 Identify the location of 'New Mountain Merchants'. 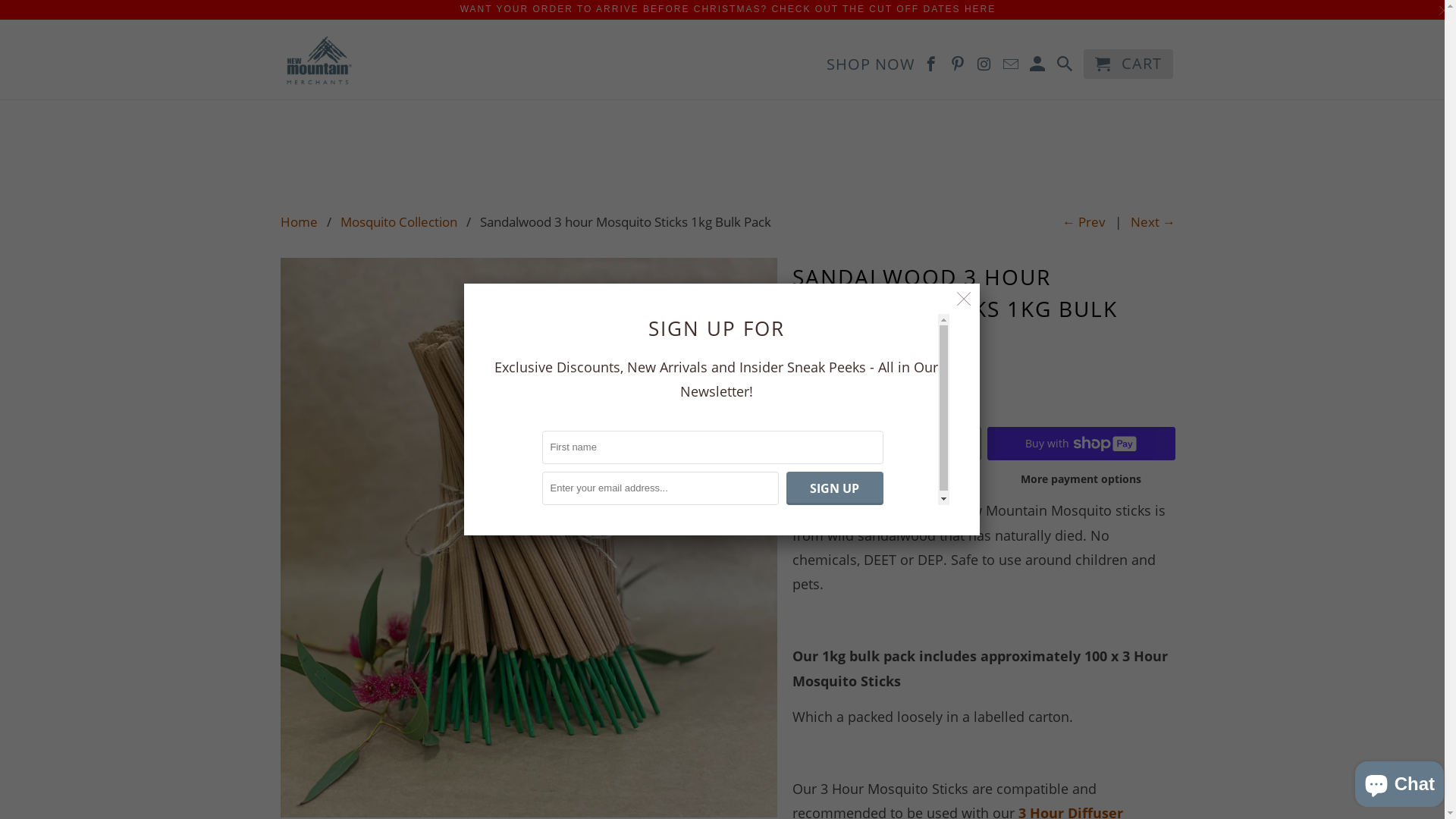
(280, 58).